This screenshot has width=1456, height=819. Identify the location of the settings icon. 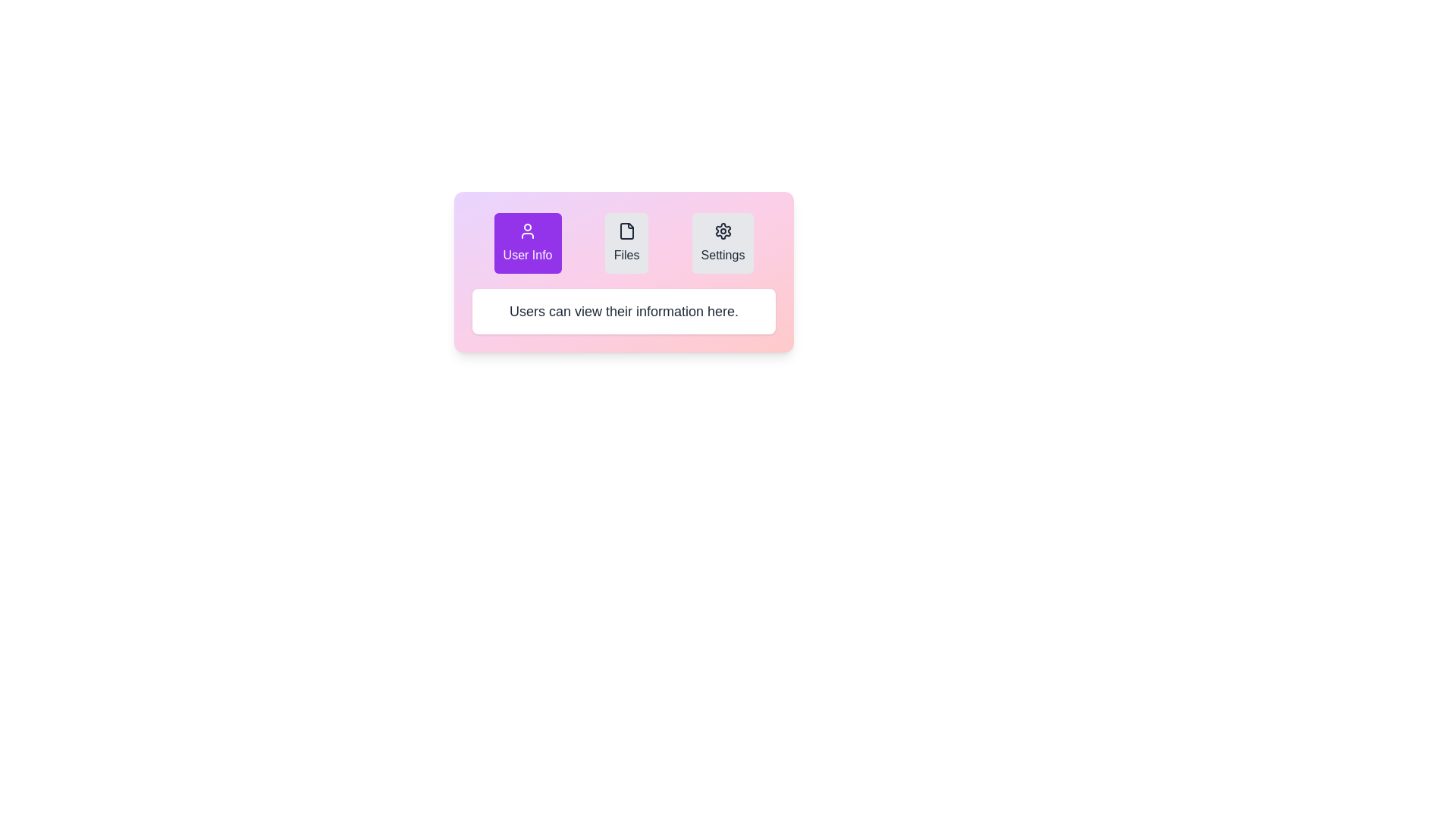
(722, 231).